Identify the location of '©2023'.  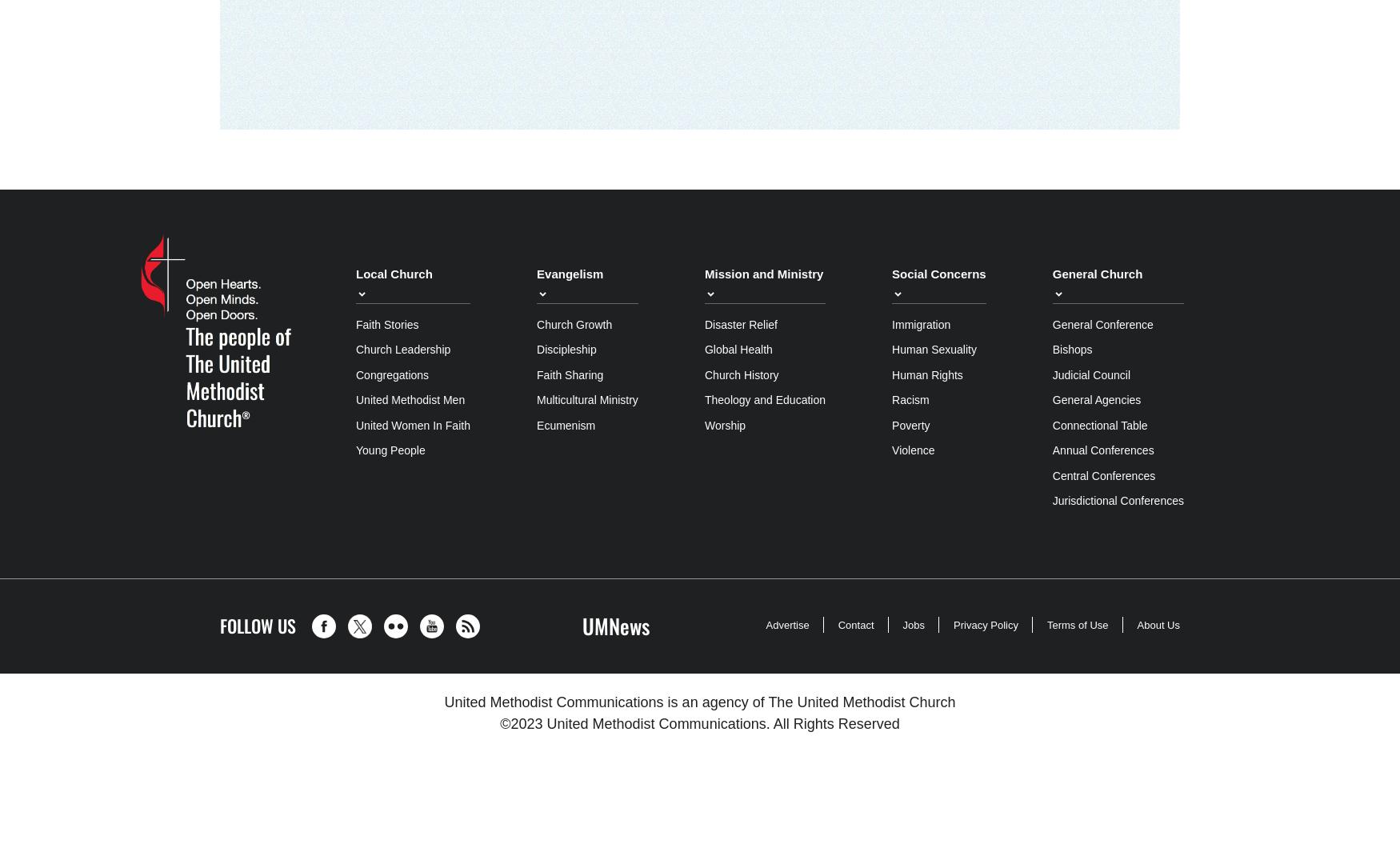
(499, 722).